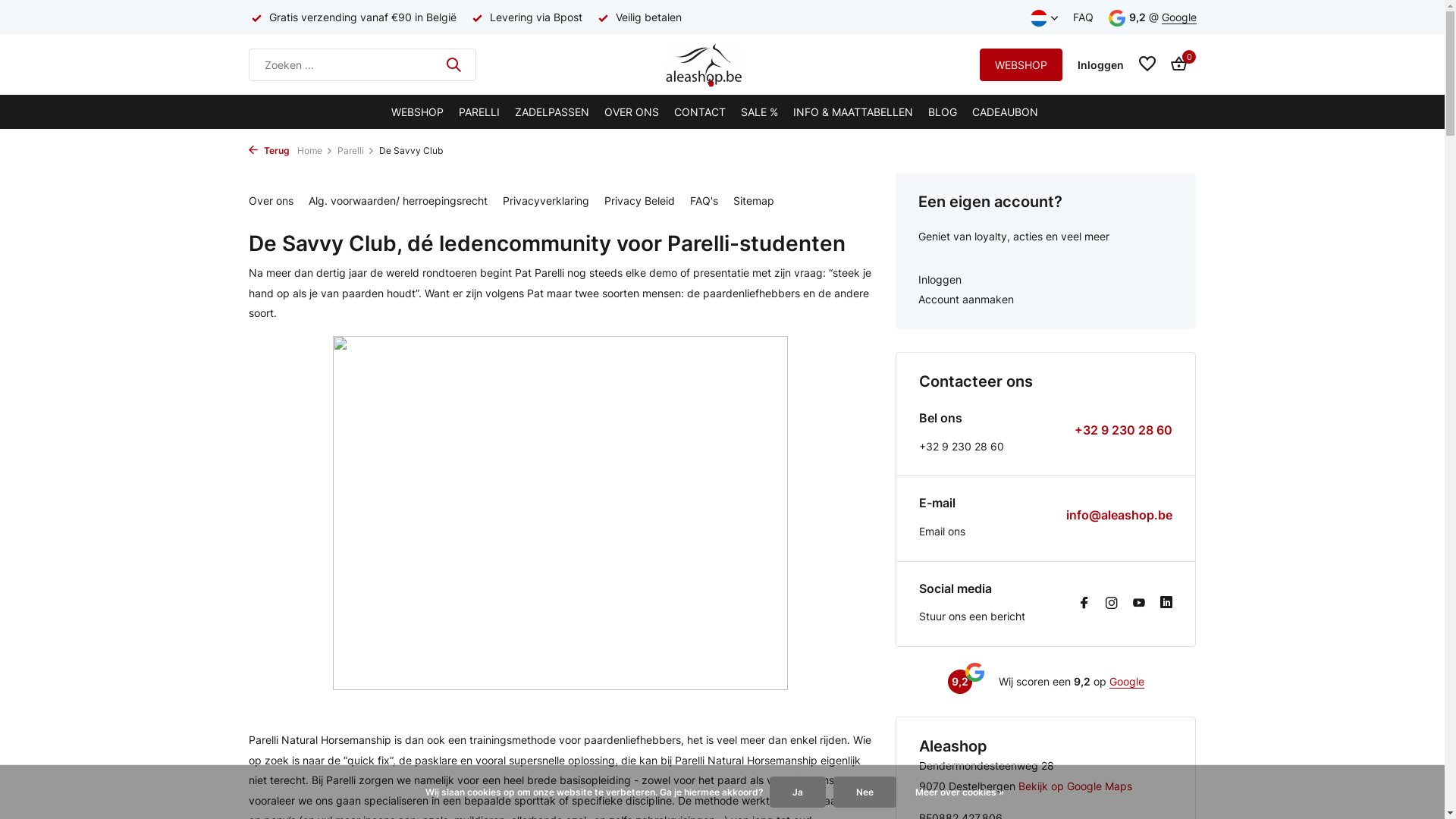  Describe the element at coordinates (1174, 63) in the screenshot. I see `'0'` at that location.